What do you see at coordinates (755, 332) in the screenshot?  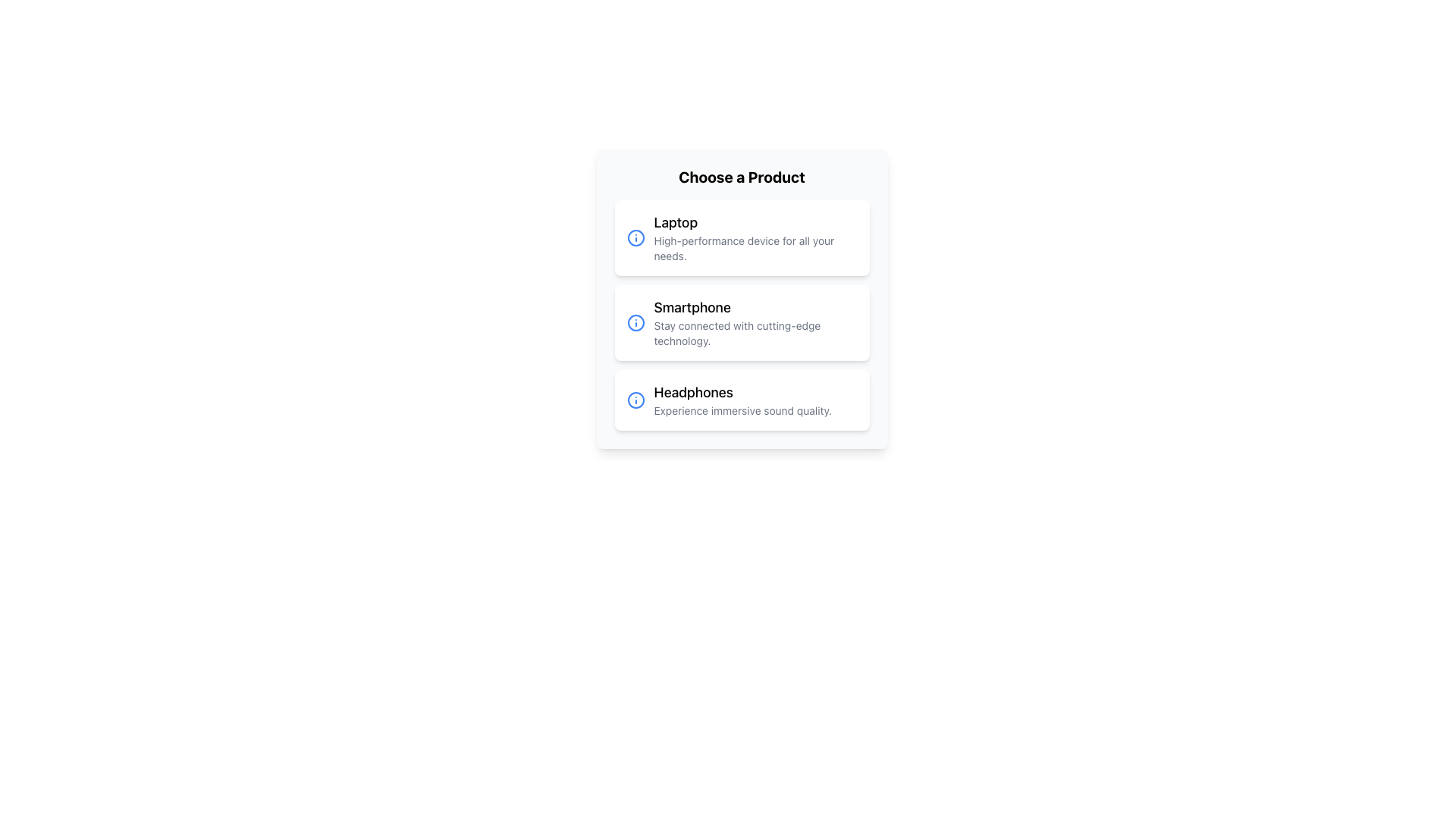 I see `the descriptive text element that reads 'Stay connected with cutting-edge technology.' located beneath the title 'Smartphone' in the product options list` at bounding box center [755, 332].